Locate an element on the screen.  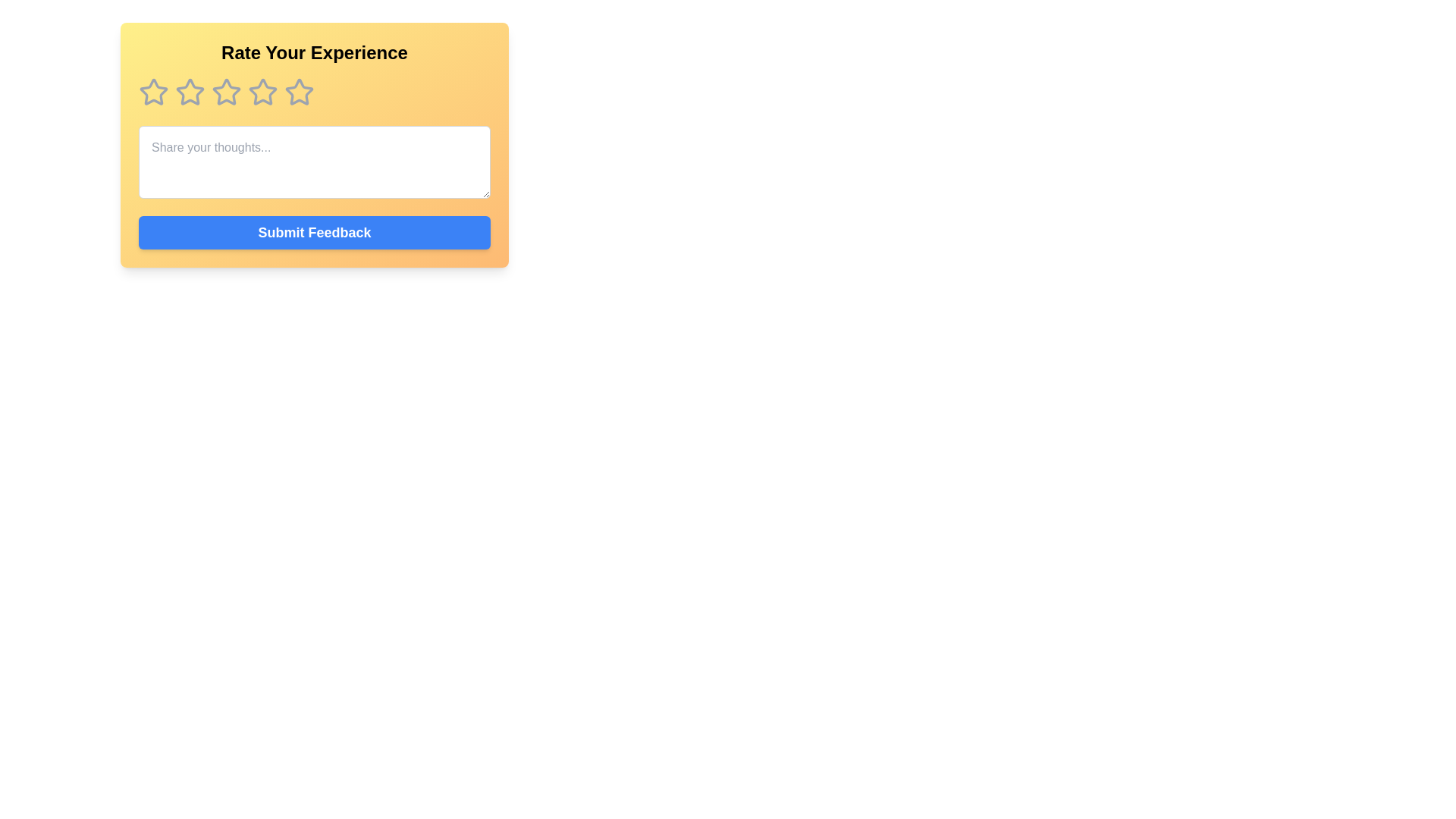
the fifth star is located at coordinates (299, 93).